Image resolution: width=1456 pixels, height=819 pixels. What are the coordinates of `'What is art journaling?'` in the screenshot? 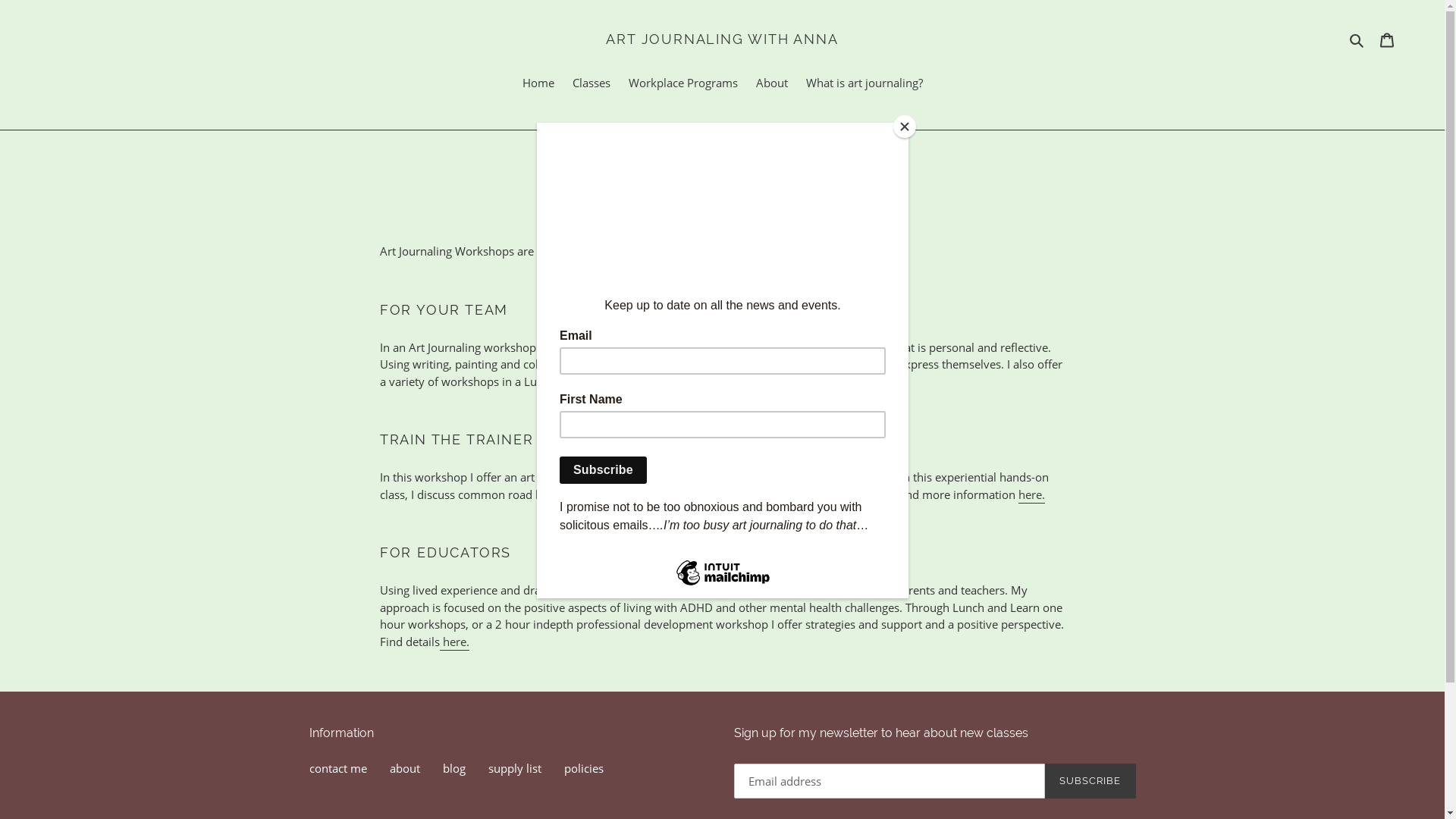 It's located at (863, 84).